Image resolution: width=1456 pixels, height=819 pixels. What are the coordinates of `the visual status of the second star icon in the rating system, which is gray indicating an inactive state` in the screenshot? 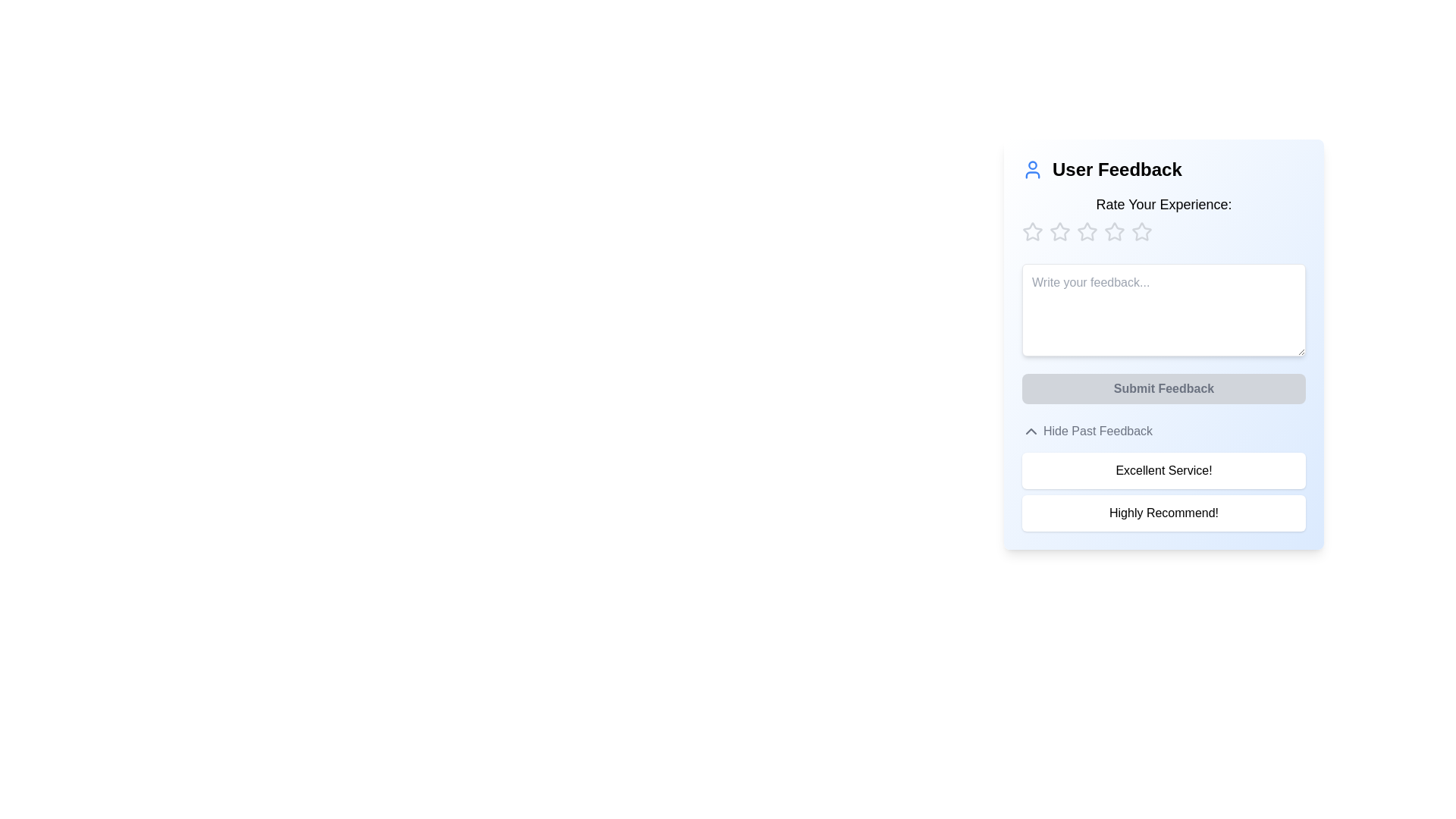 It's located at (1087, 231).